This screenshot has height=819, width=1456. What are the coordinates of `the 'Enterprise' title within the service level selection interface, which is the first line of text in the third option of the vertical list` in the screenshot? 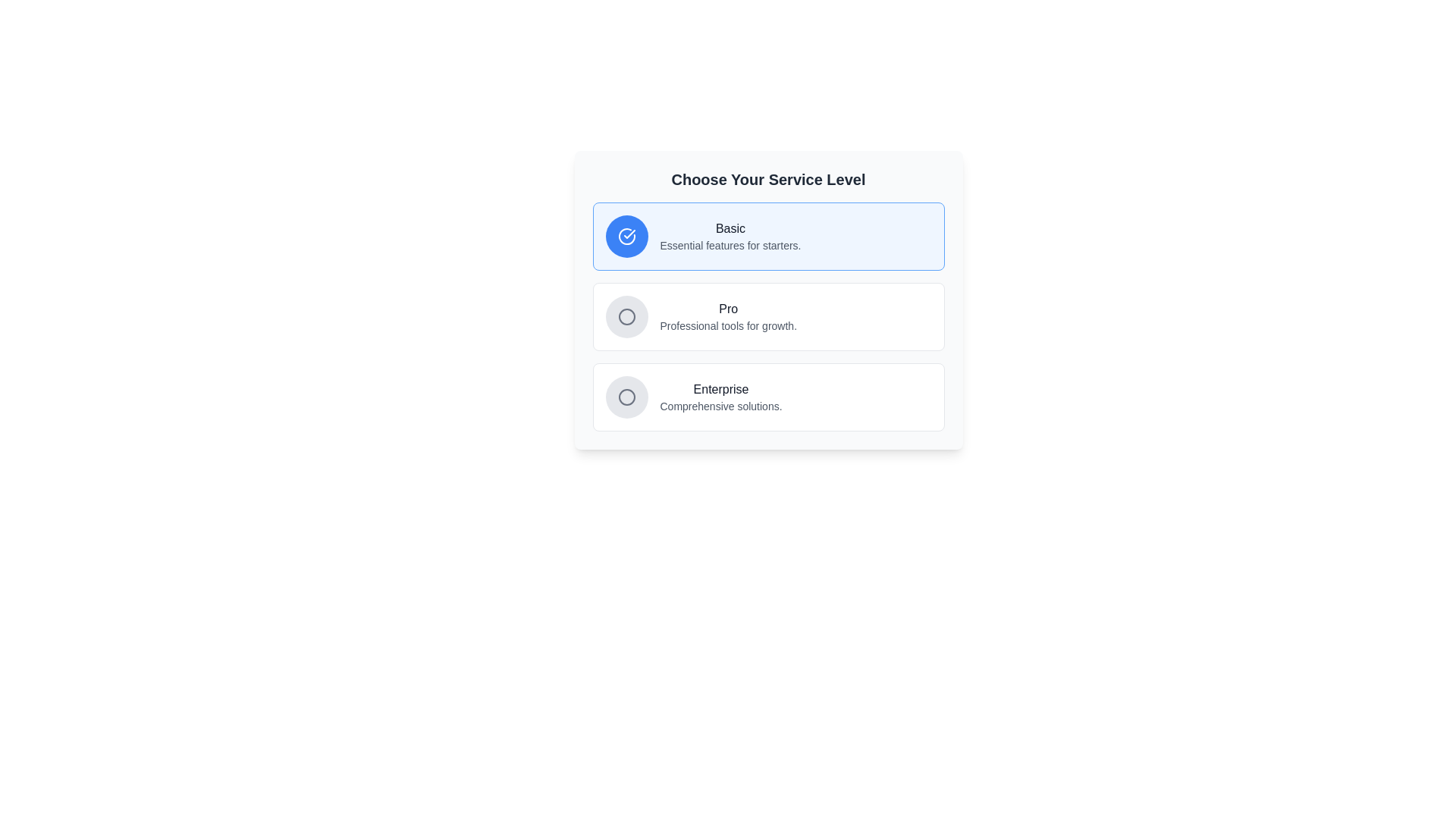 It's located at (720, 388).